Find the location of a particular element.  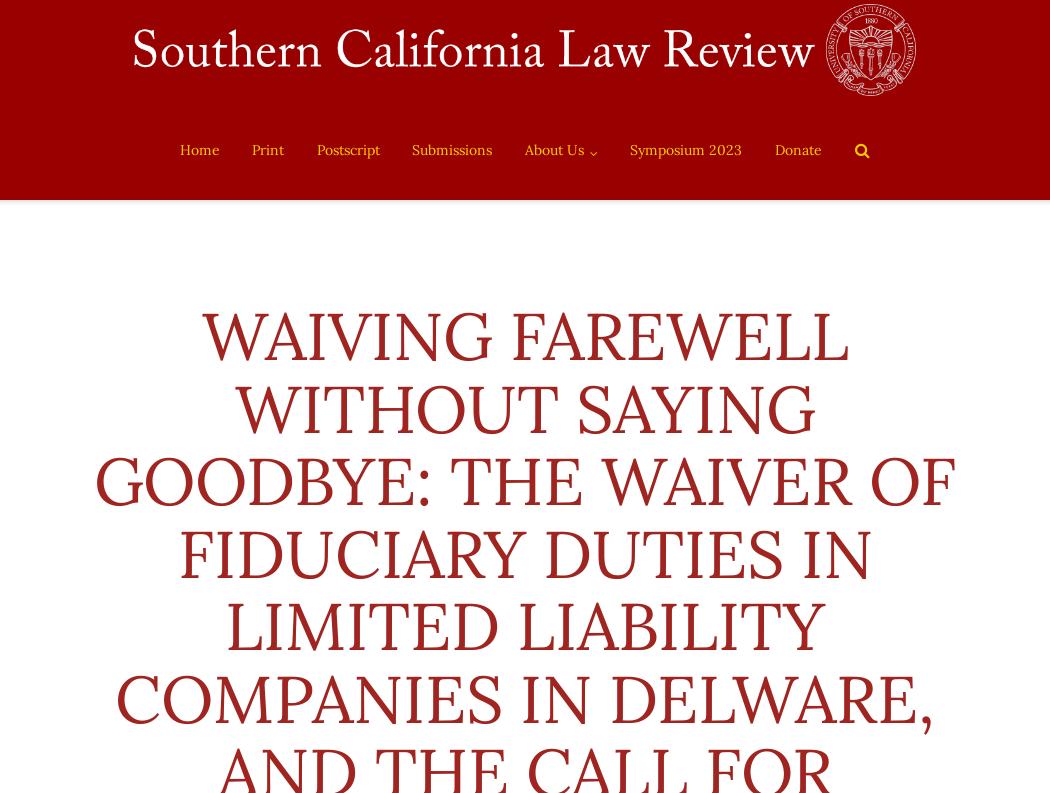

'Donate' is located at coordinates (796, 150).